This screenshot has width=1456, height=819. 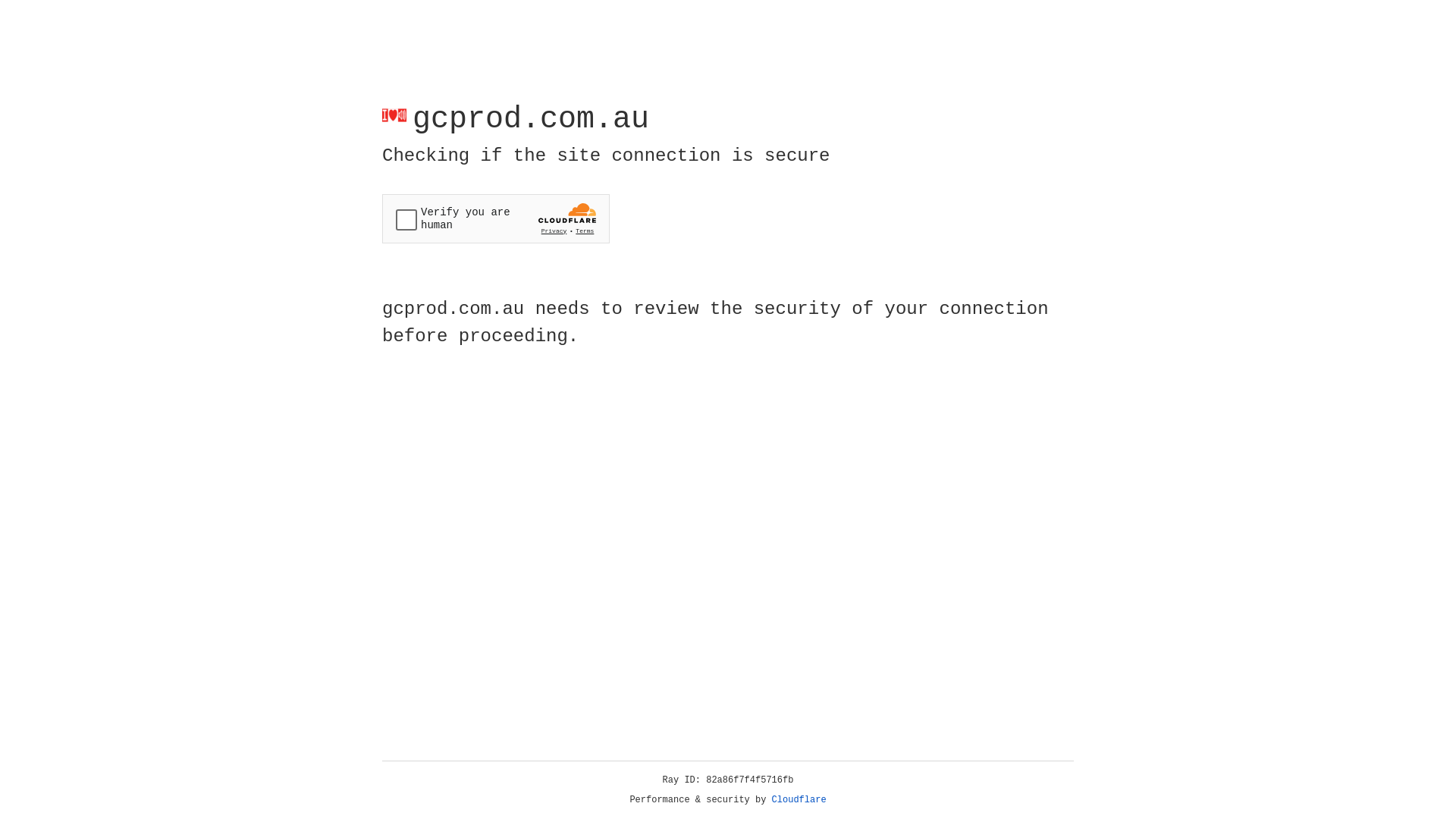 I want to click on 'Cloudflare', so click(x=771, y=799).